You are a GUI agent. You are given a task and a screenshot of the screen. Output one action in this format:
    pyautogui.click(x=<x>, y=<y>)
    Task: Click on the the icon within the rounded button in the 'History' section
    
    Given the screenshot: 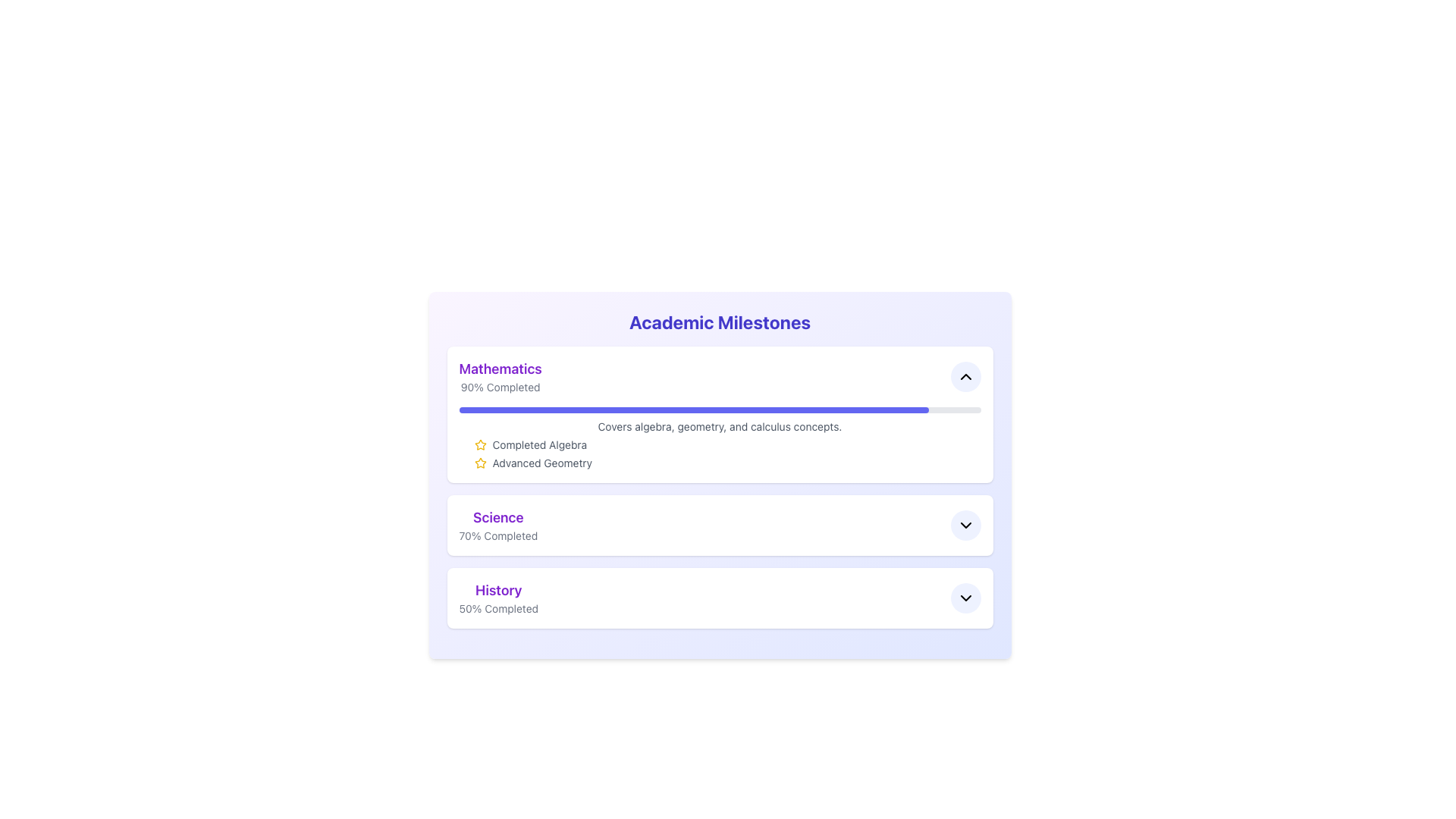 What is the action you would take?
    pyautogui.click(x=965, y=598)
    